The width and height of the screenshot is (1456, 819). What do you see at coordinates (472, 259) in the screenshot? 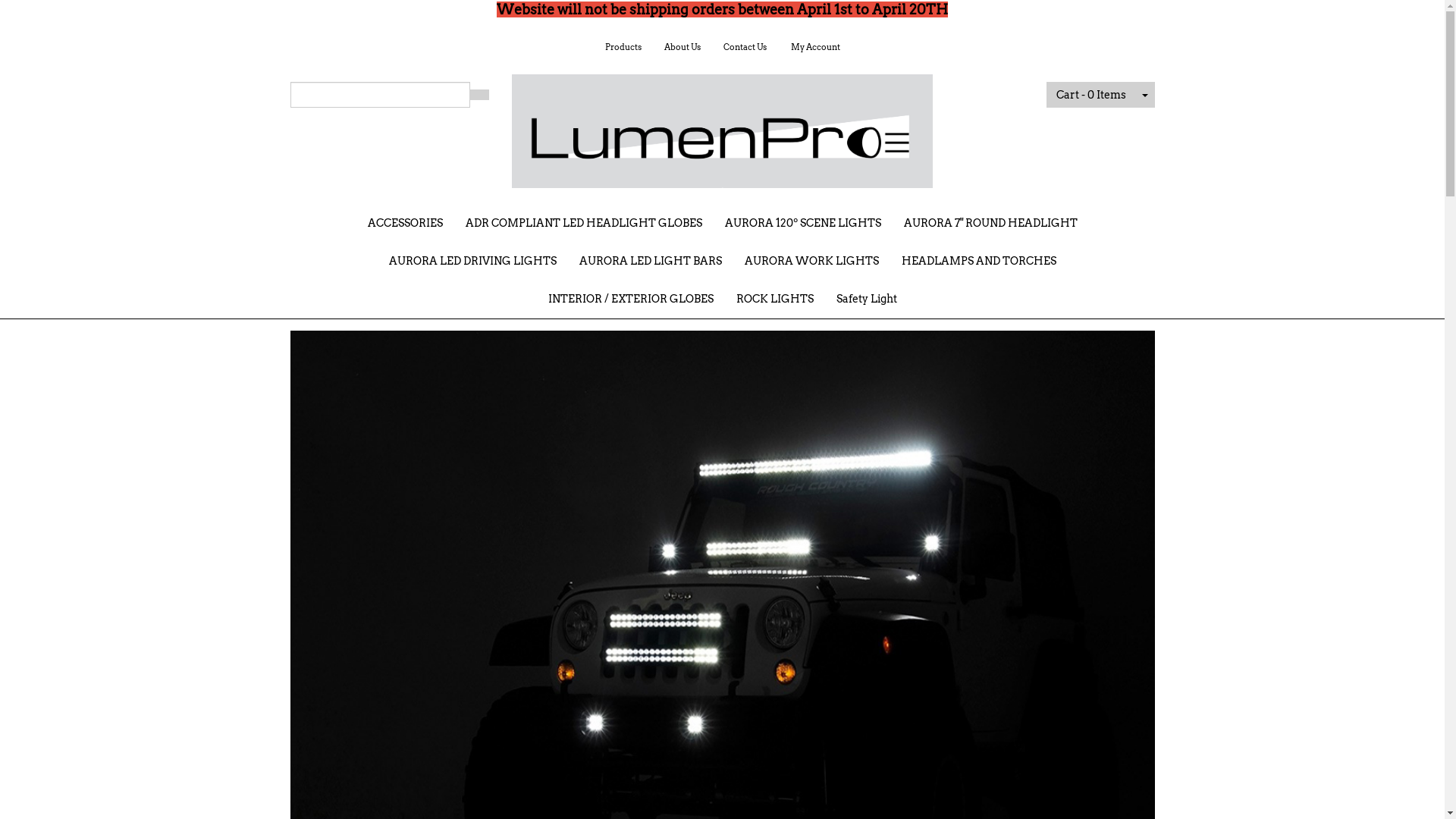
I see `'AURORA LED DRIVING LIGHTS'` at bounding box center [472, 259].